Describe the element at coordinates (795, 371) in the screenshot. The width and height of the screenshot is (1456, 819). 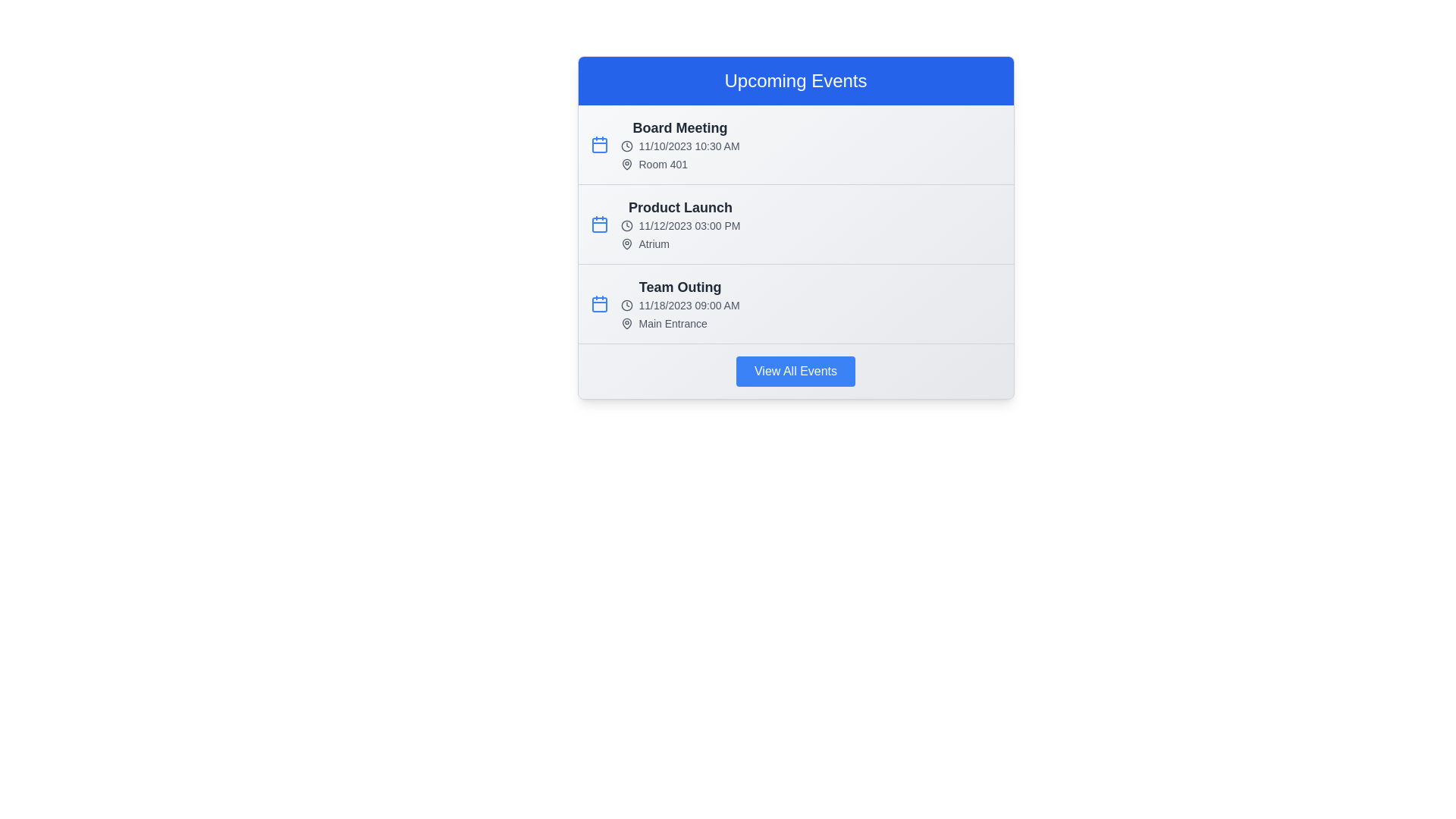
I see `the 'View All Events' button, which is a rectangular button with a blue background and white text, located at the bottom center of the 'Upcoming Events' card` at that location.